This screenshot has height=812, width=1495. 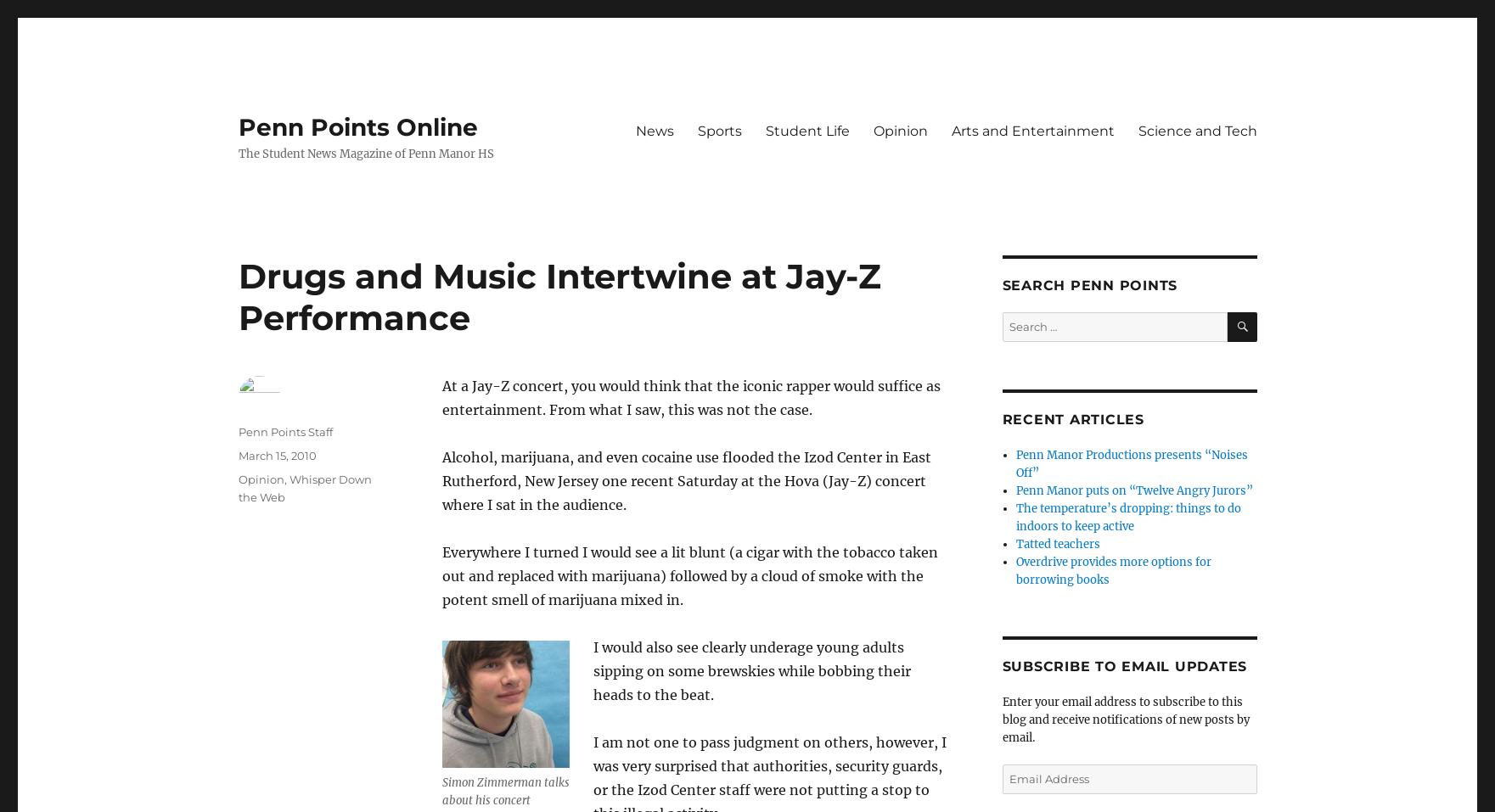 What do you see at coordinates (284, 432) in the screenshot?
I see `'Penn Points Staff'` at bounding box center [284, 432].